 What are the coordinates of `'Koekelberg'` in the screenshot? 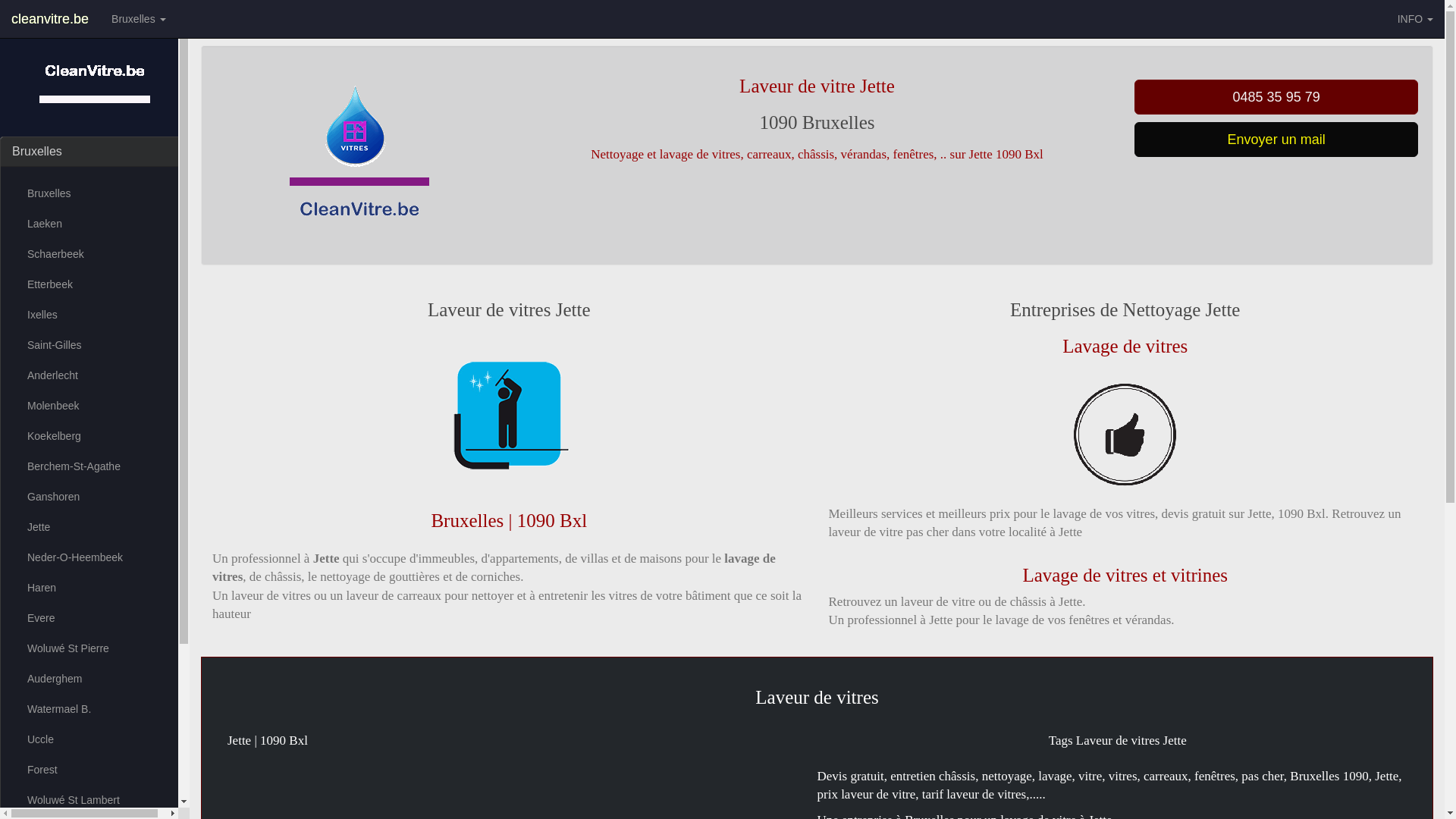 It's located at (93, 435).